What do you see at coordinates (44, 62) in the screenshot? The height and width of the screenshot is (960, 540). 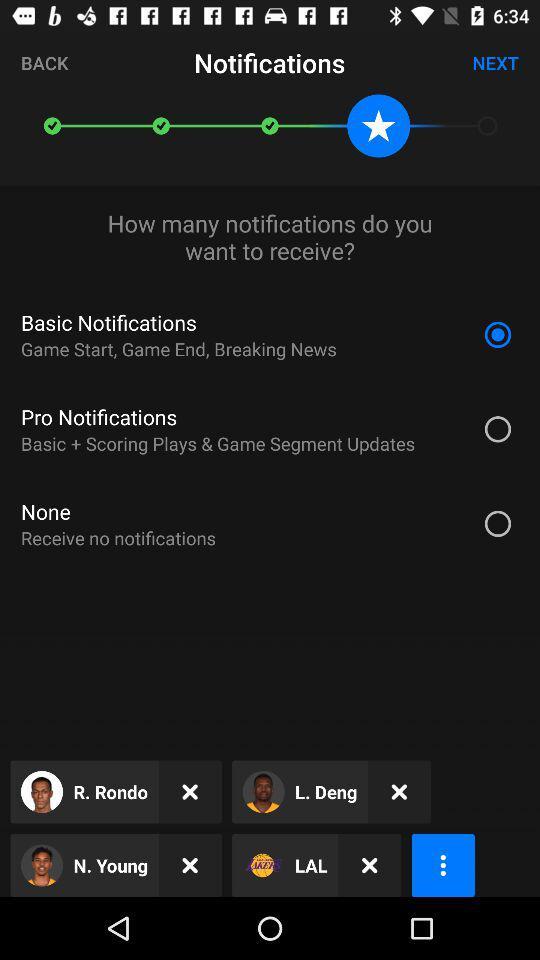 I see `back item` at bounding box center [44, 62].